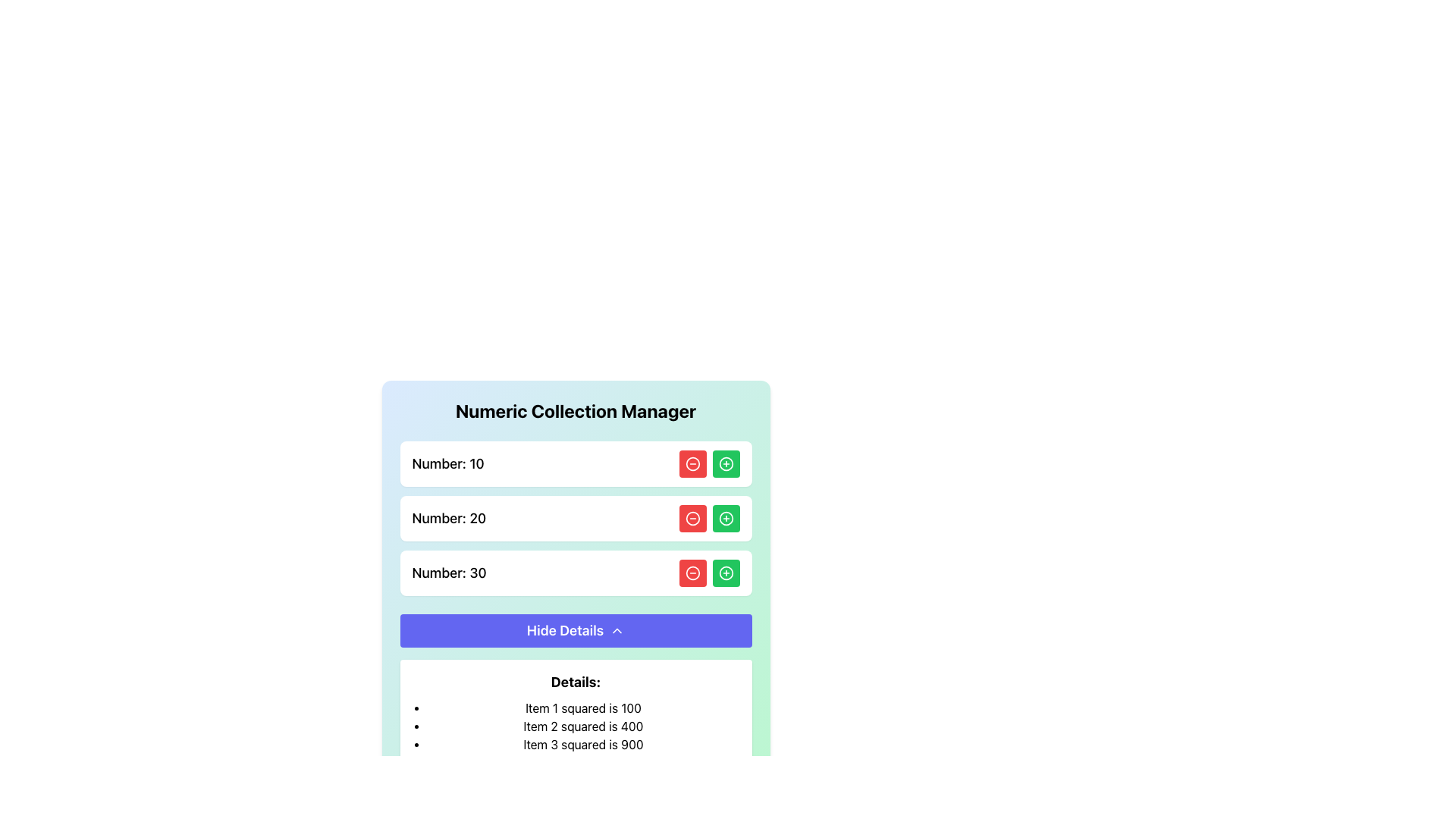 The height and width of the screenshot is (819, 1456). I want to click on the circular red button with a minus symbol located on the right side of the second row, next to the number 20, to observe a visual response, so click(692, 517).